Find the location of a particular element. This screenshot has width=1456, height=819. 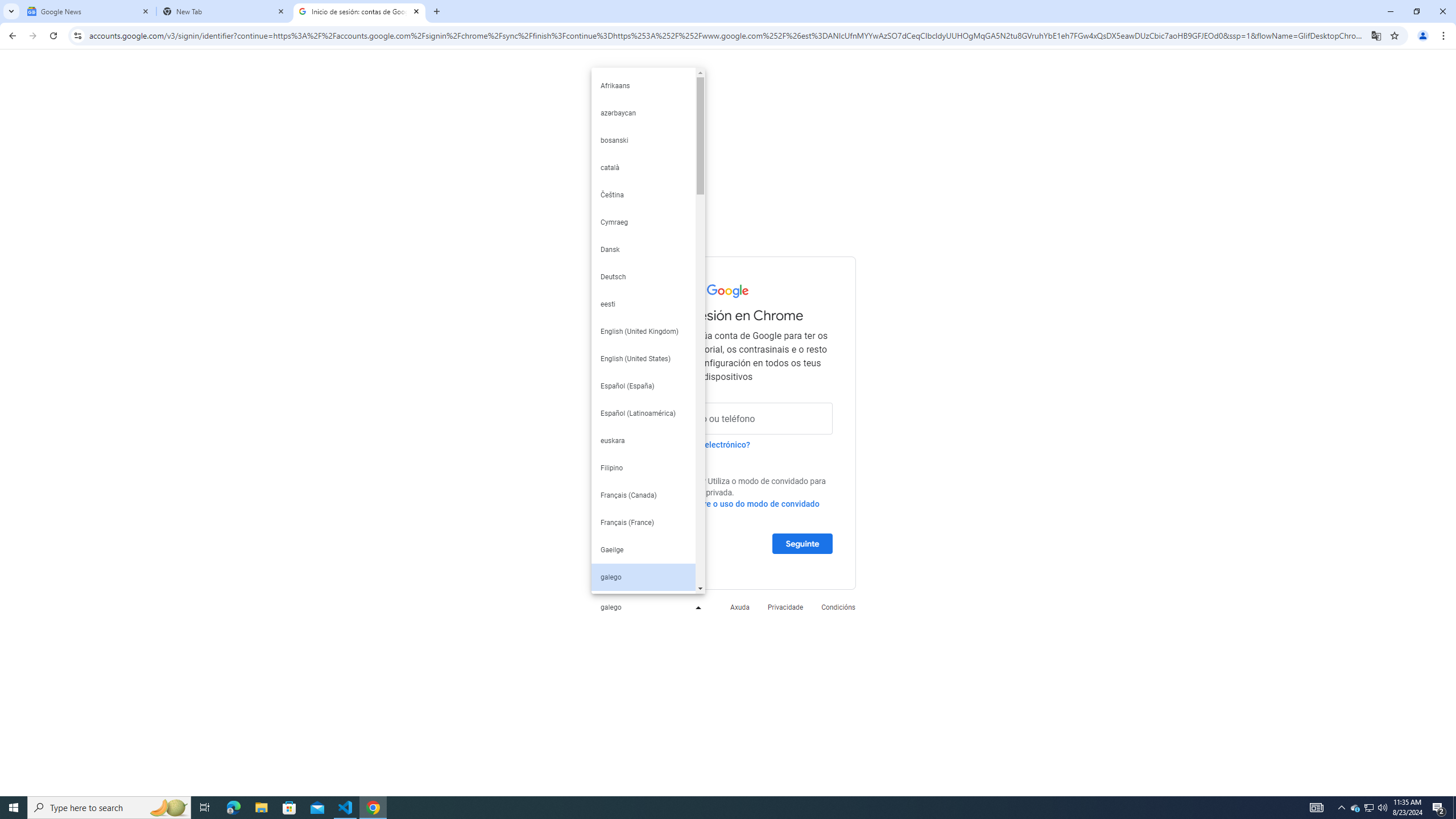

'Deutsch' is located at coordinates (643, 276).